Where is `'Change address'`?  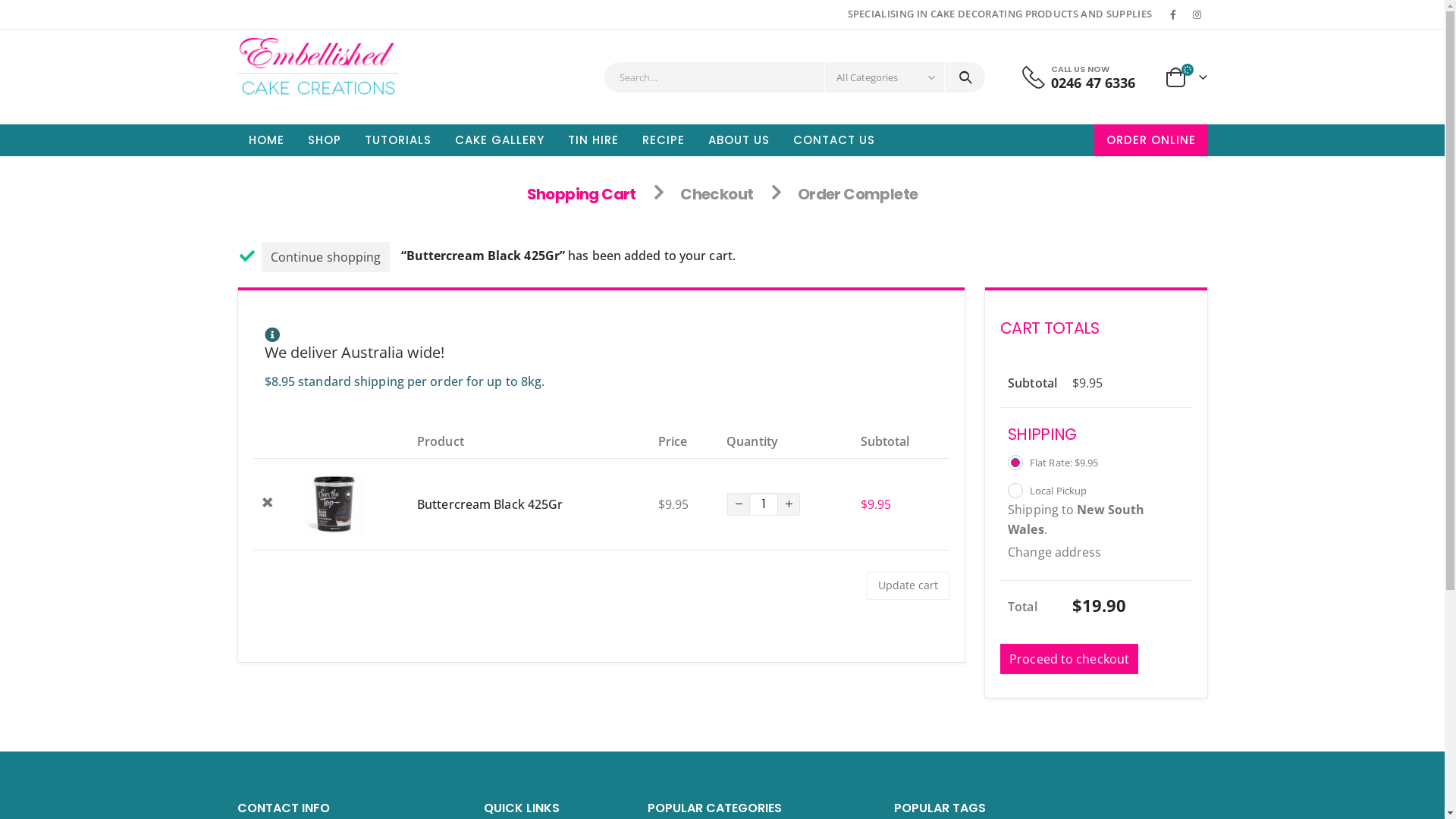 'Change address' is located at coordinates (1008, 552).